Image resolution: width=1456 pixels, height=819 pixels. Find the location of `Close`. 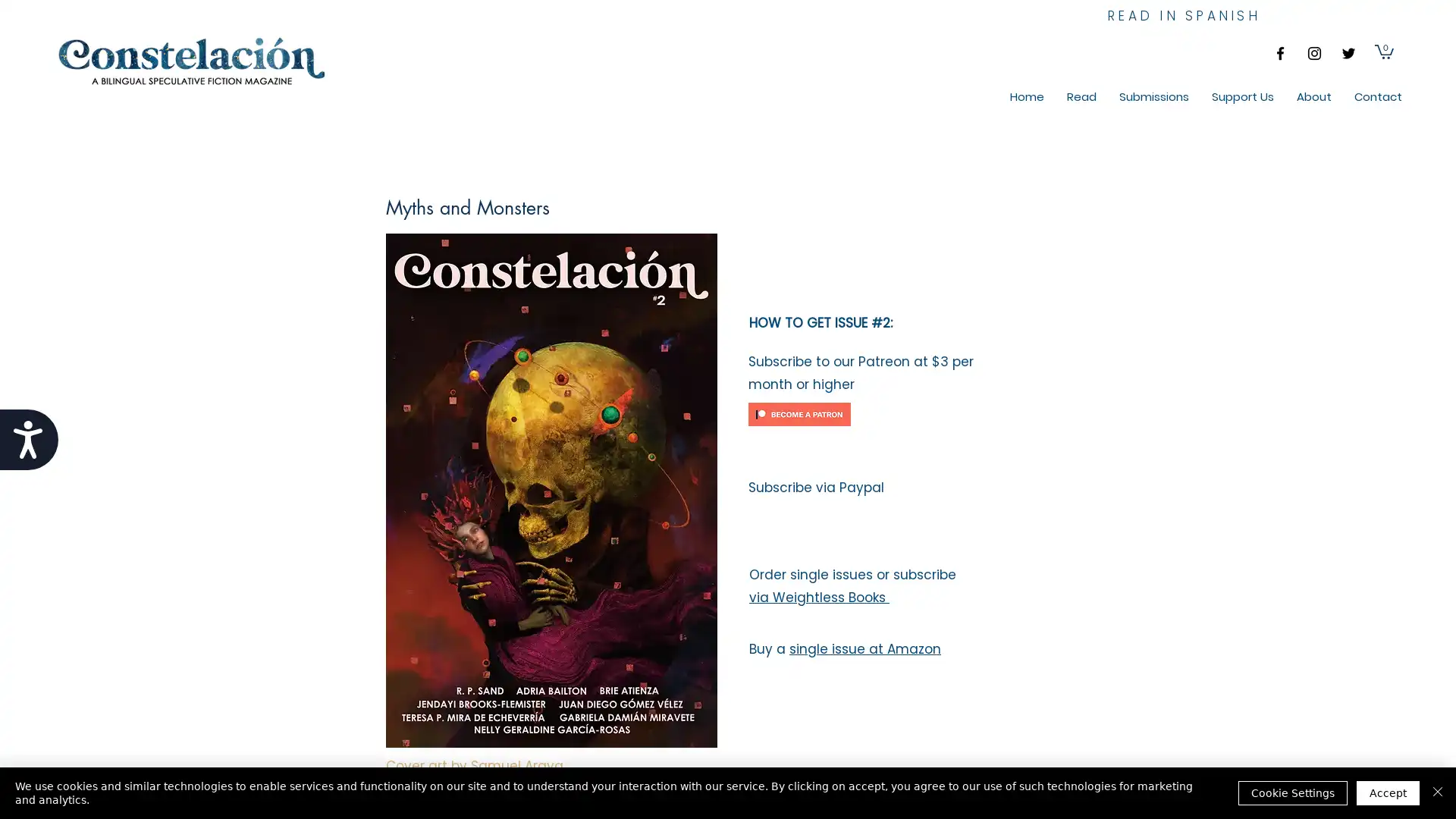

Close is located at coordinates (1437, 792).